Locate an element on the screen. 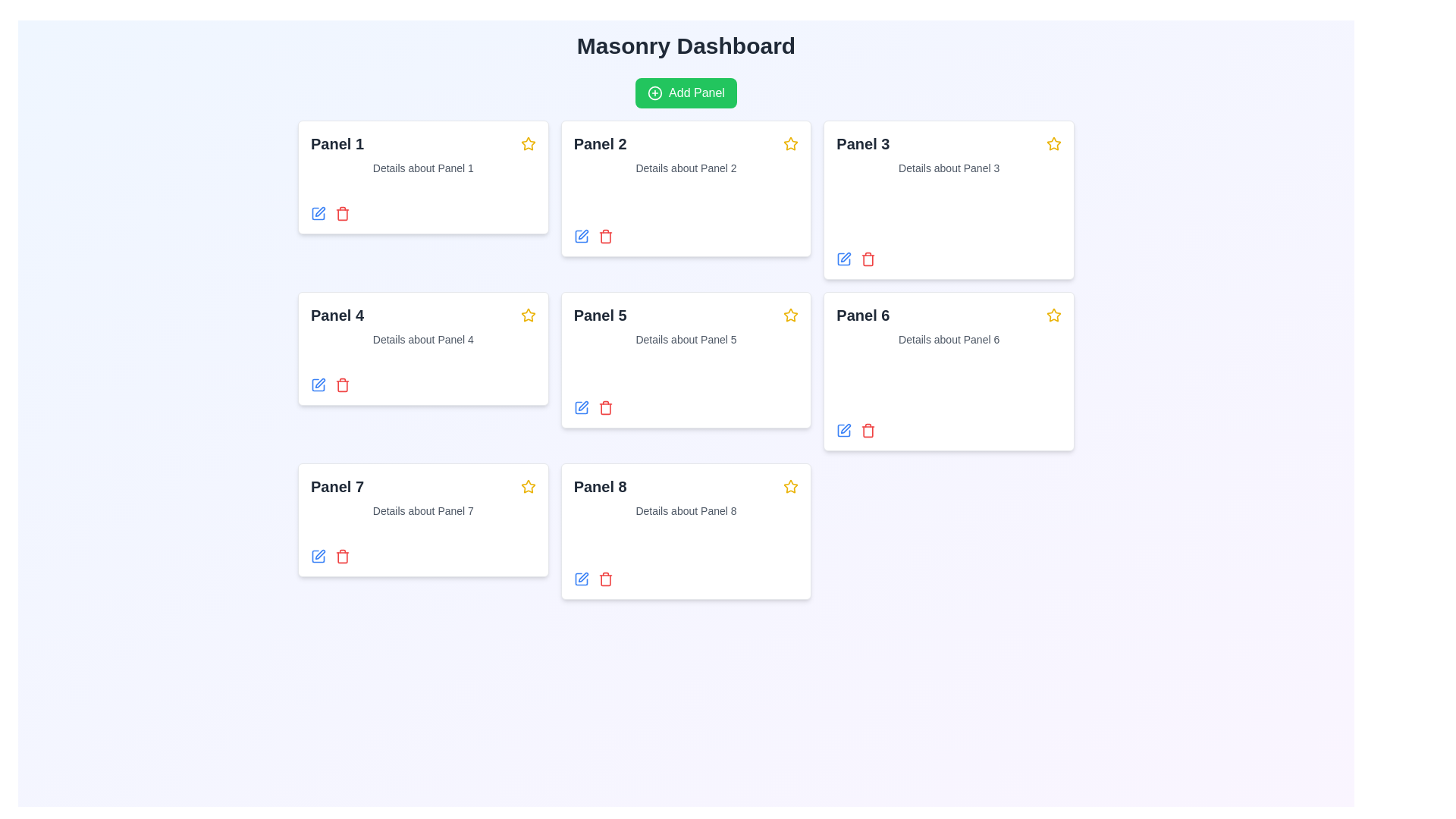  the edit icon button located in the footer of 'Panel 8' to initiate editing functionality is located at coordinates (580, 579).